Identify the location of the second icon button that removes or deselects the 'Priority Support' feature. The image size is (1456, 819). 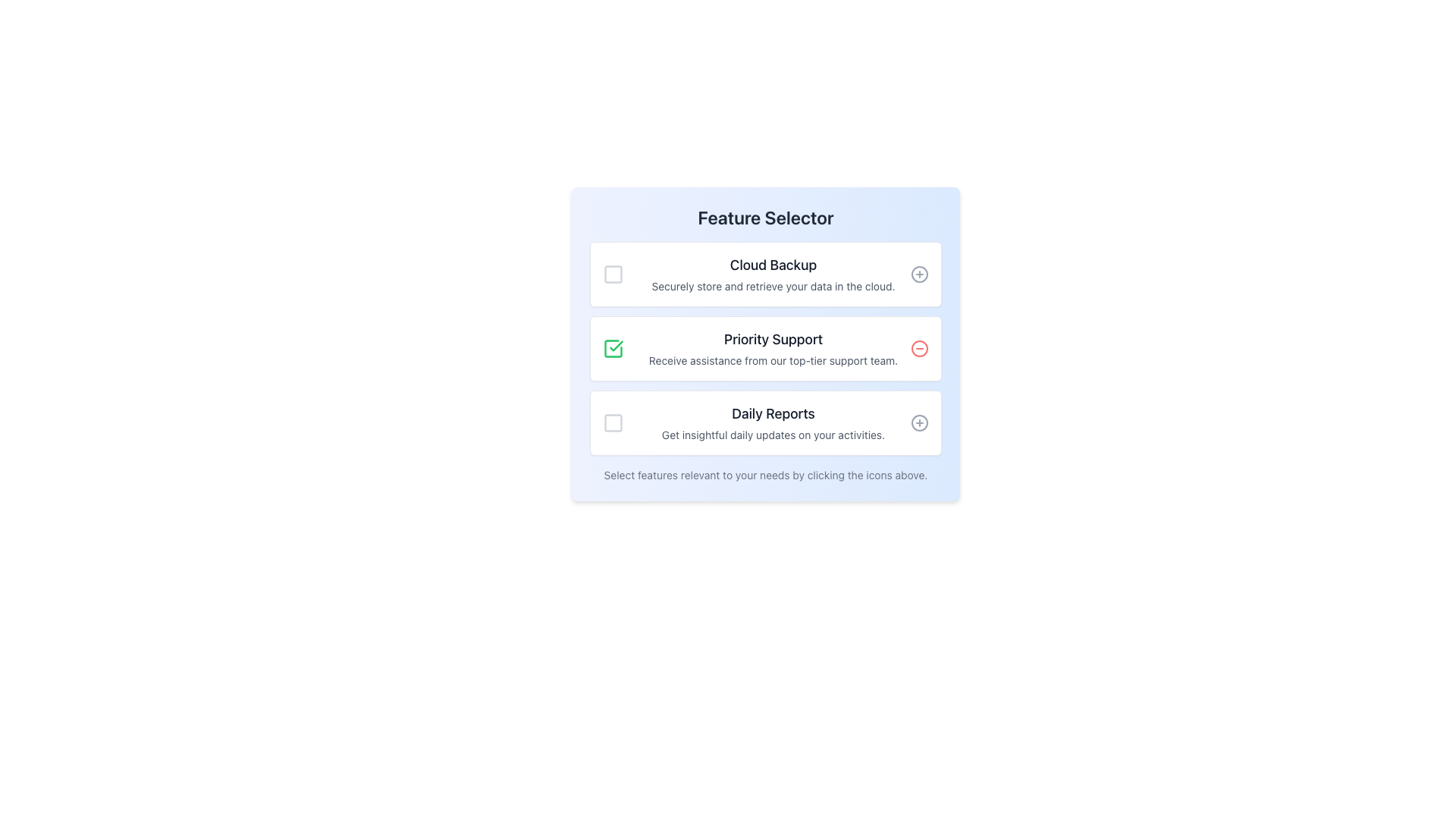
(919, 348).